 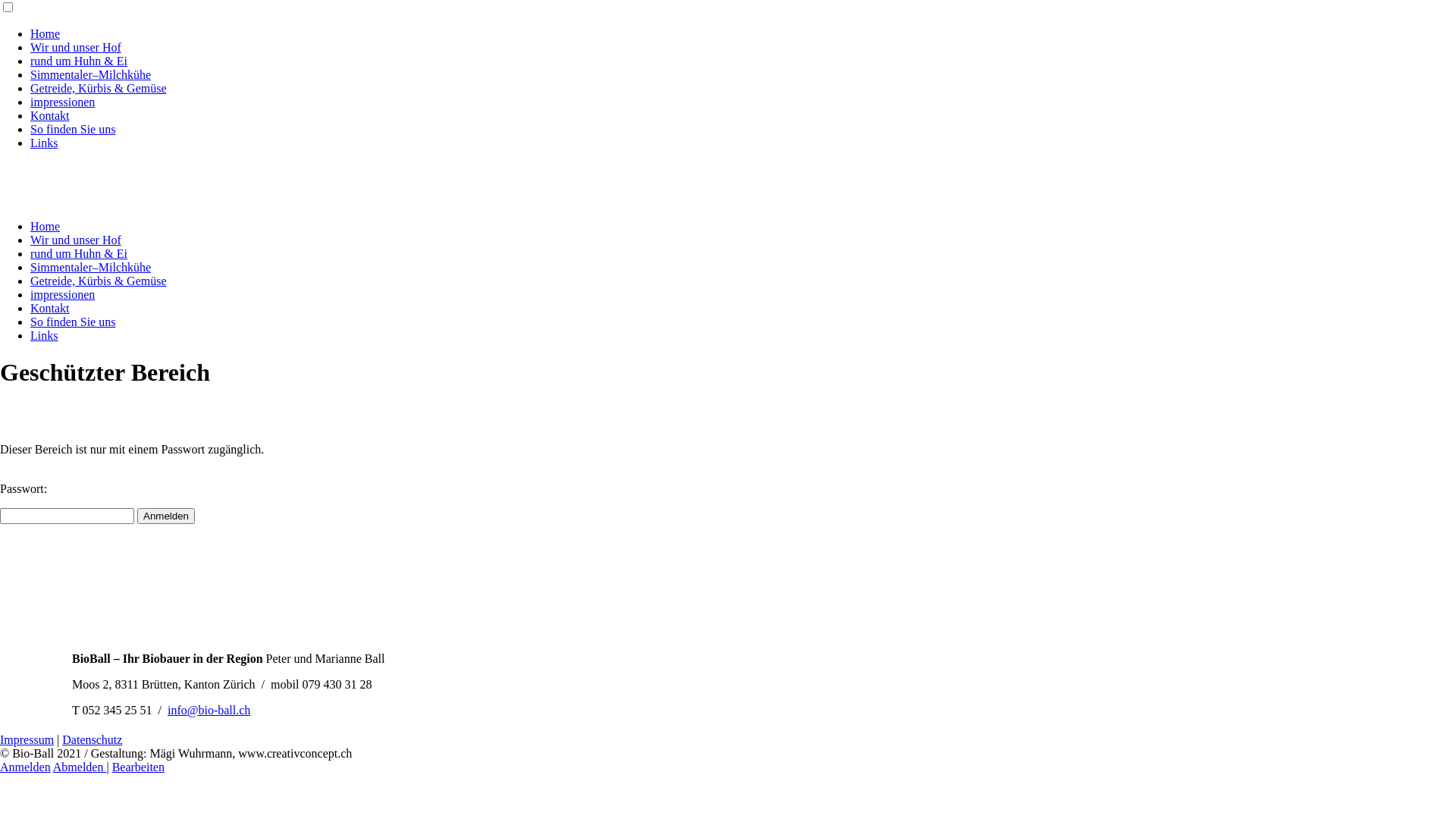 I want to click on 'Links', so click(x=43, y=334).